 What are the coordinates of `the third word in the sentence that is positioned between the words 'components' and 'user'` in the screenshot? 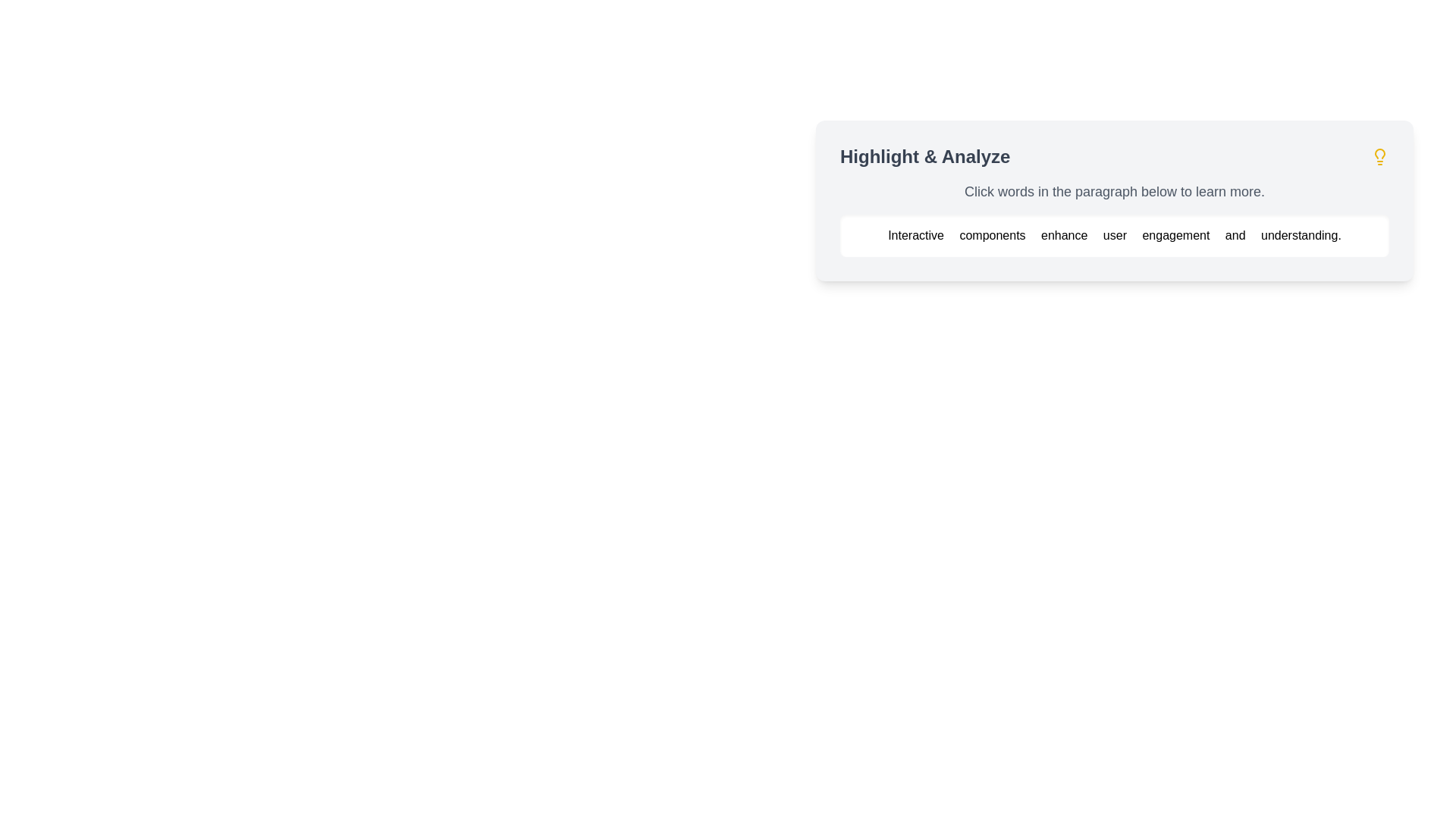 It's located at (1065, 235).